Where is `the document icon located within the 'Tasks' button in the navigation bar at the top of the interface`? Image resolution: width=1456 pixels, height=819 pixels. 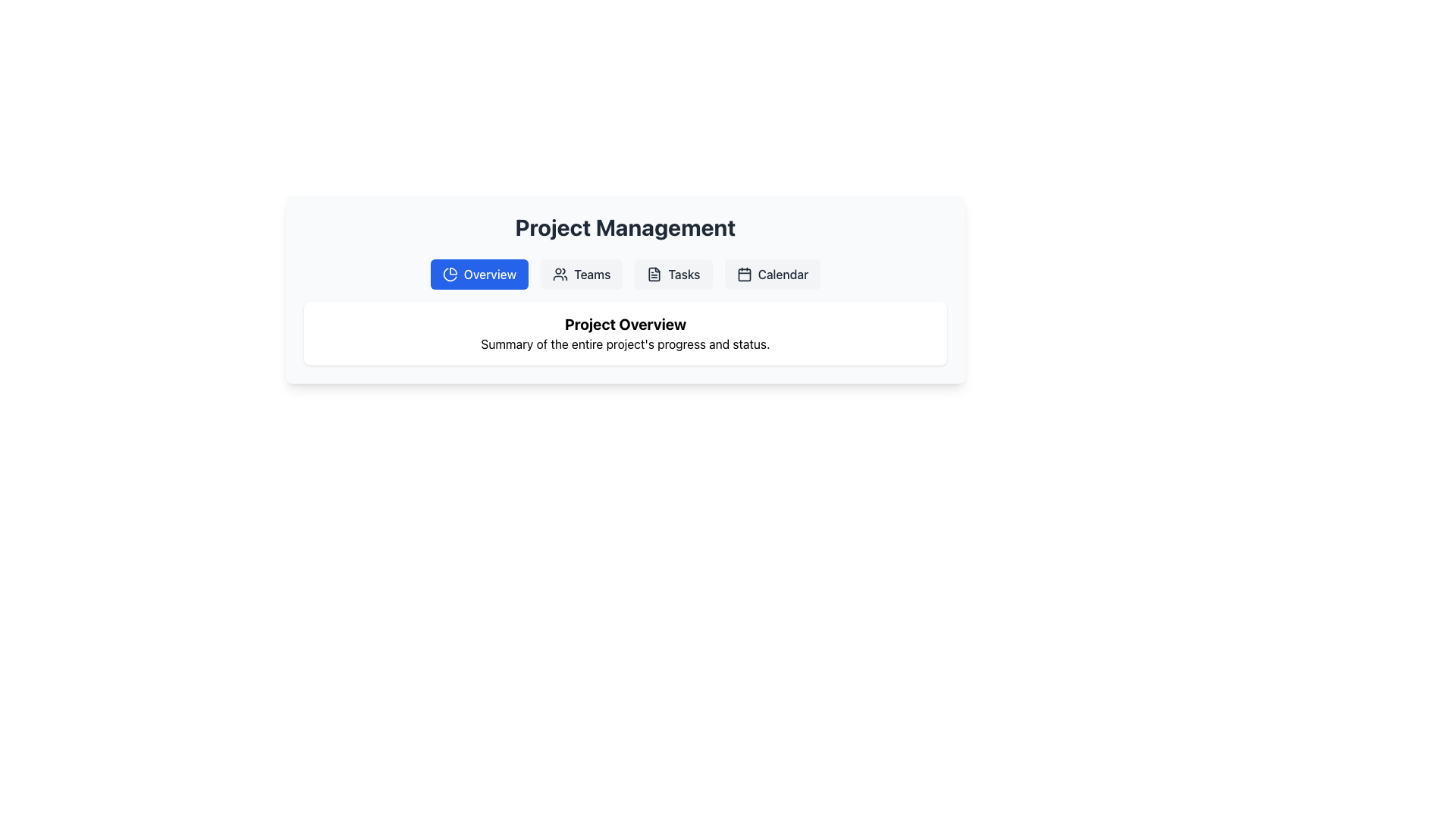
the document icon located within the 'Tasks' button in the navigation bar at the top of the interface is located at coordinates (654, 275).